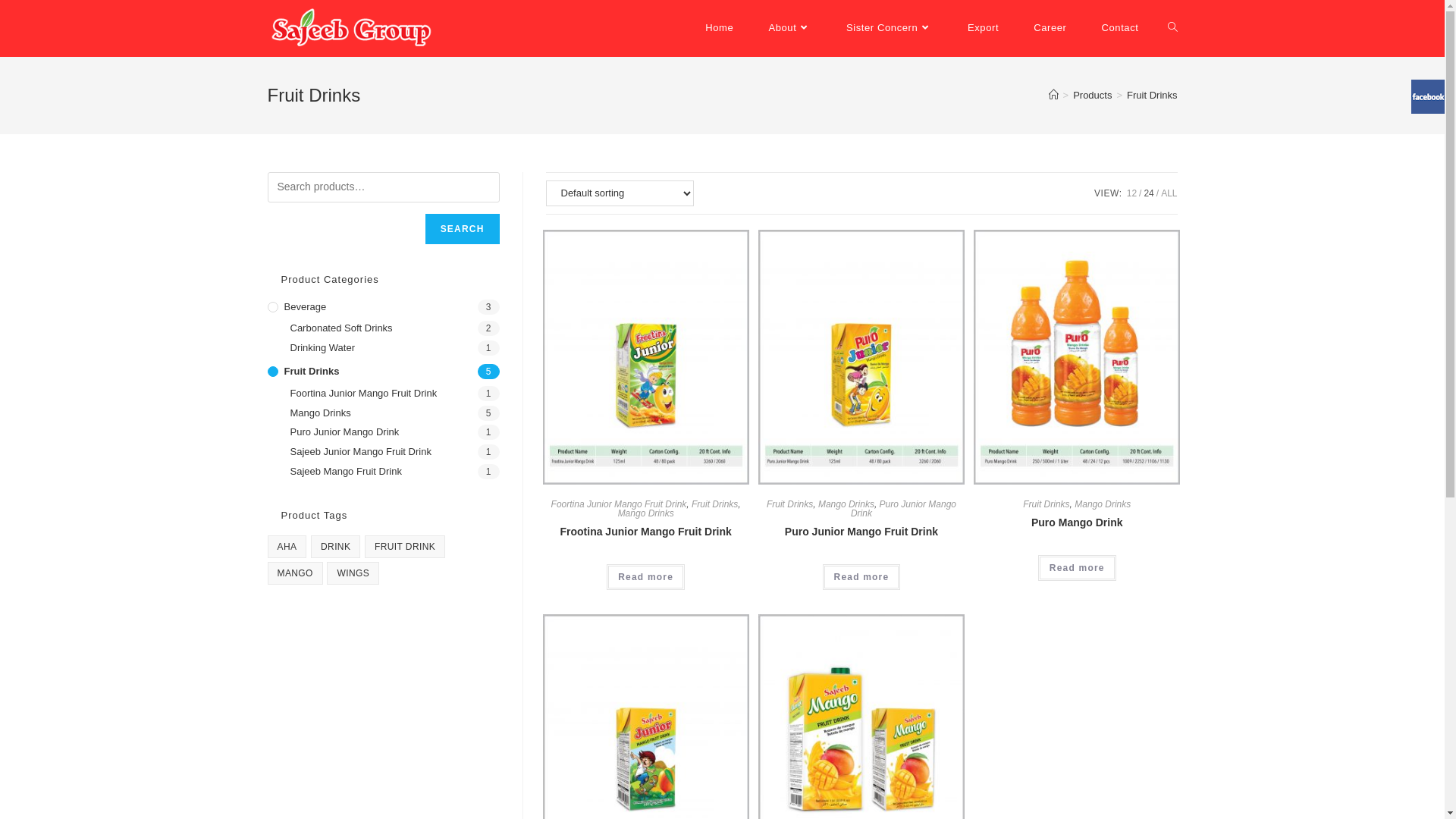  Describe the element at coordinates (1083, 28) in the screenshot. I see `'Contact'` at that location.